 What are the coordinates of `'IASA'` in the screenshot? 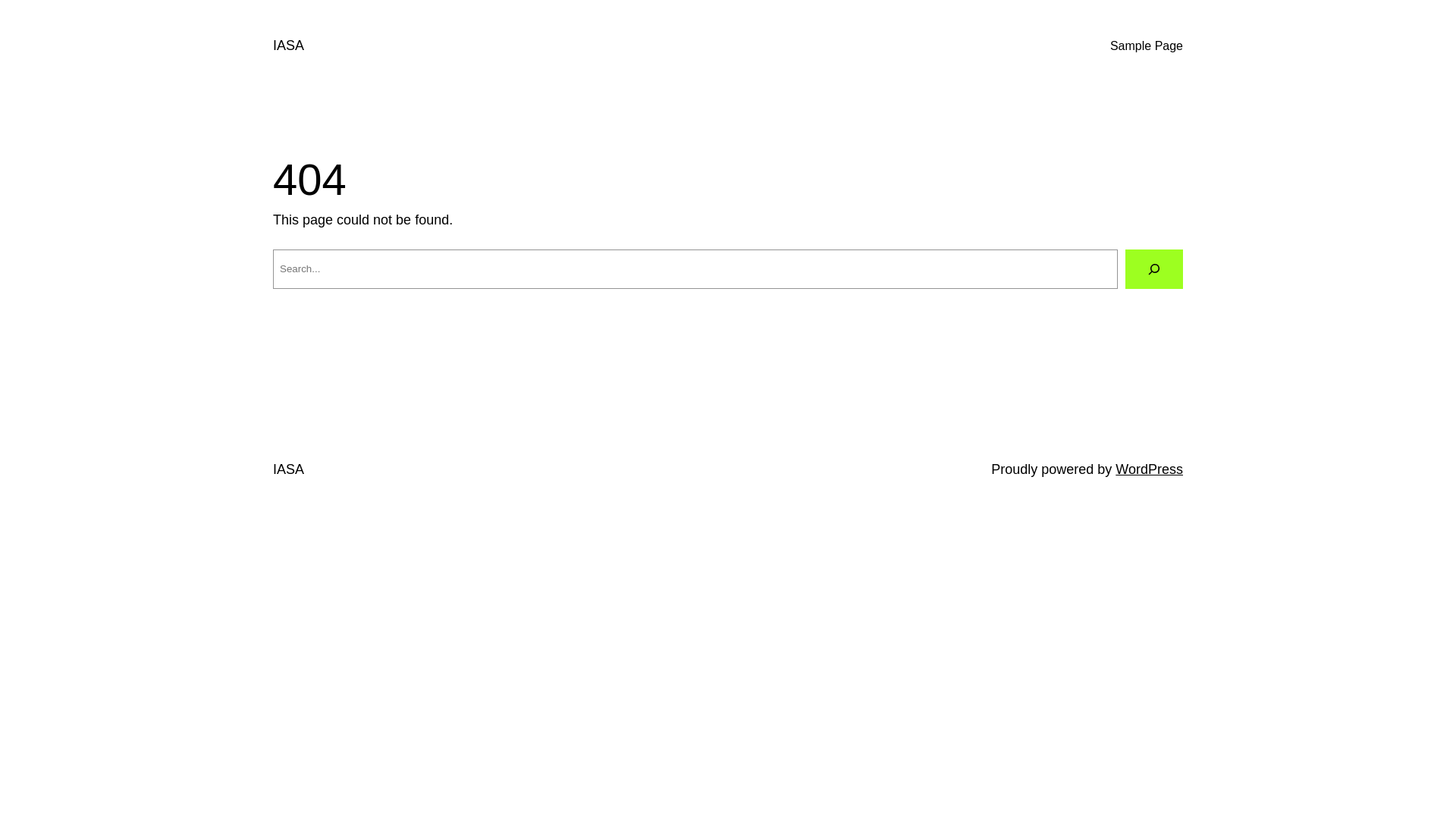 It's located at (273, 468).